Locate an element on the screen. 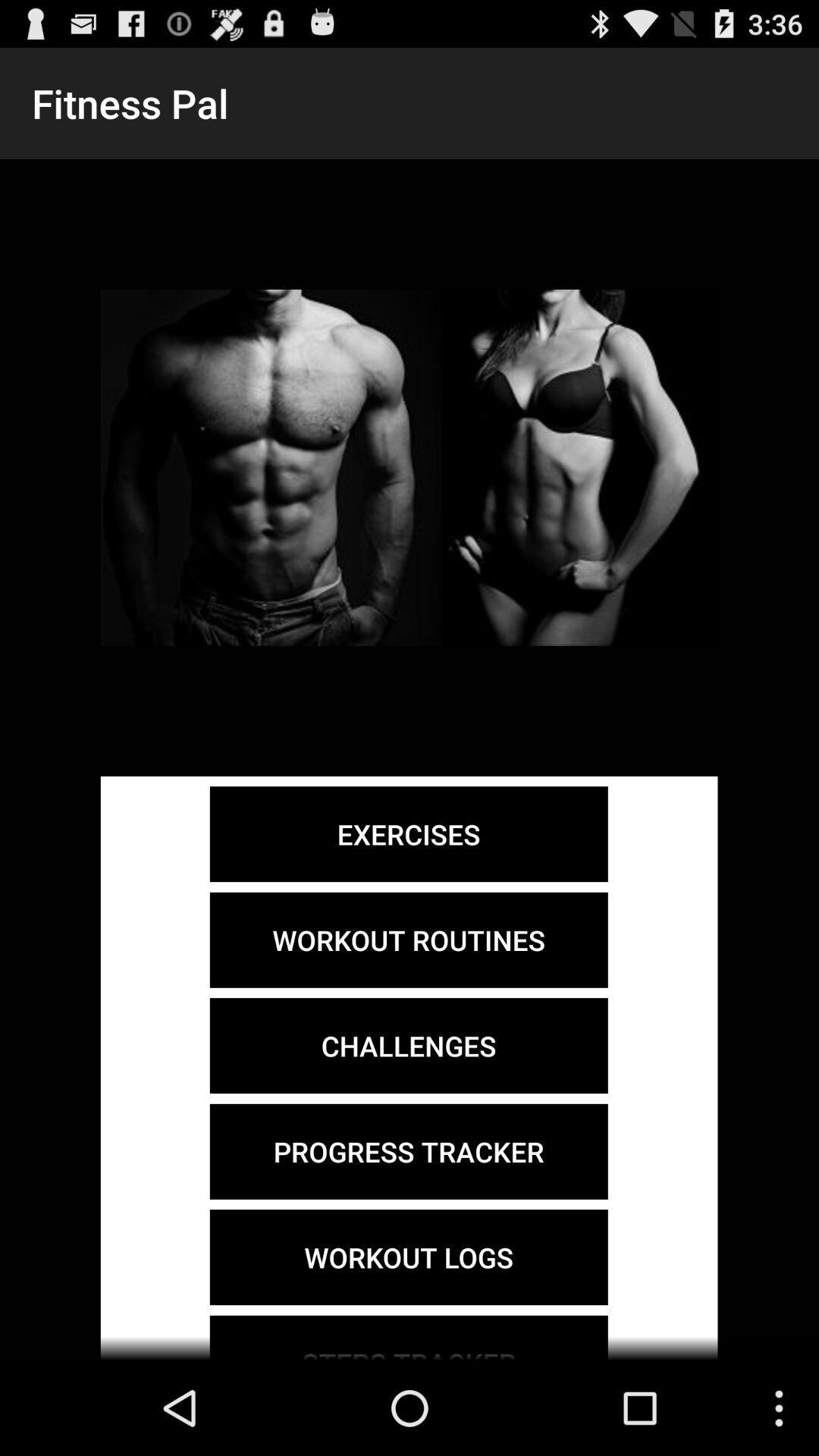 This screenshot has width=819, height=1456. the icon above the challenges item is located at coordinates (408, 939).